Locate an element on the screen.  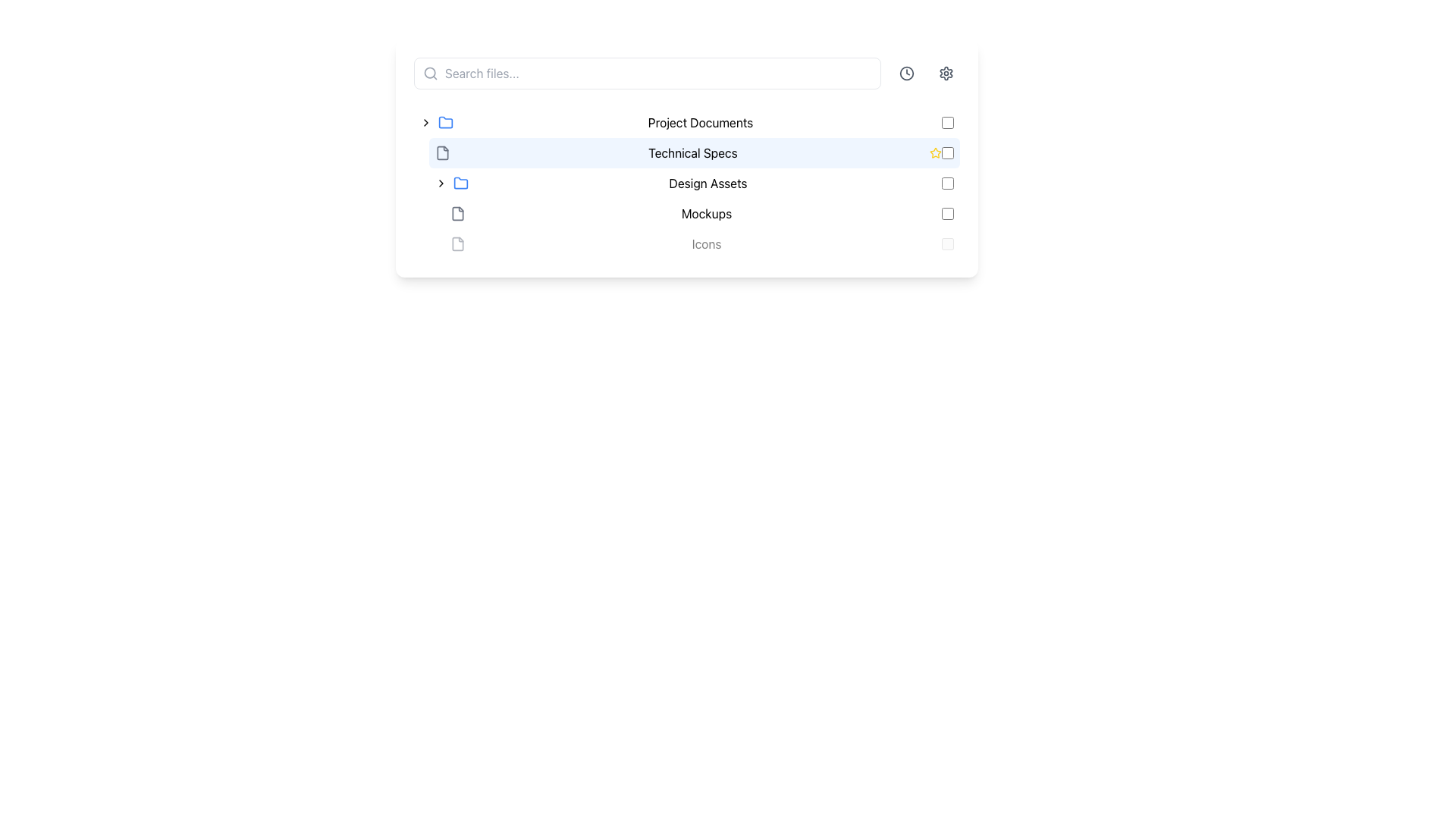
the navigation icon located to the leftmost side of the 'Design Assets' text is located at coordinates (440, 183).